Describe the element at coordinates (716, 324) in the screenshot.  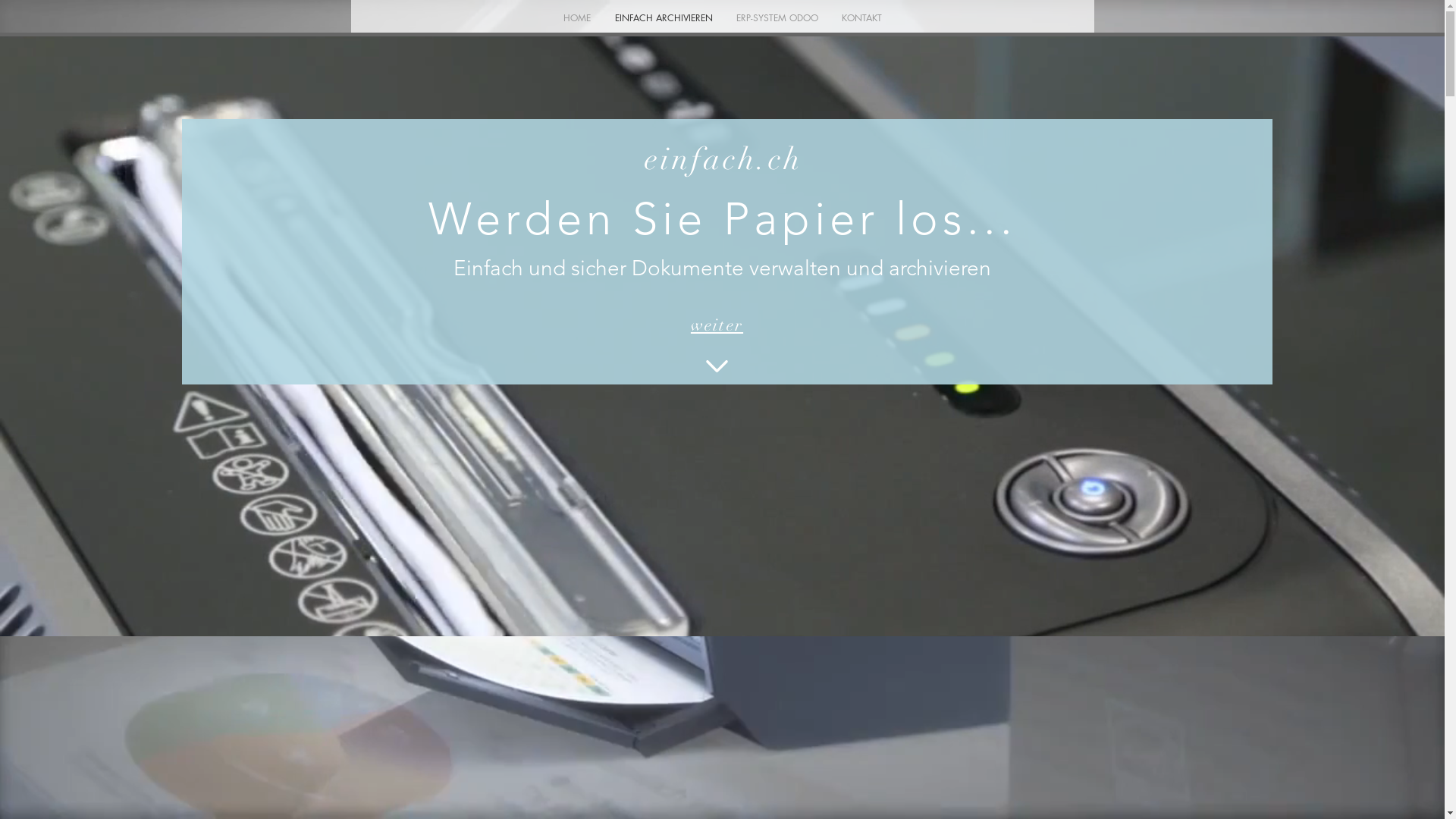
I see `'weiter'` at that location.